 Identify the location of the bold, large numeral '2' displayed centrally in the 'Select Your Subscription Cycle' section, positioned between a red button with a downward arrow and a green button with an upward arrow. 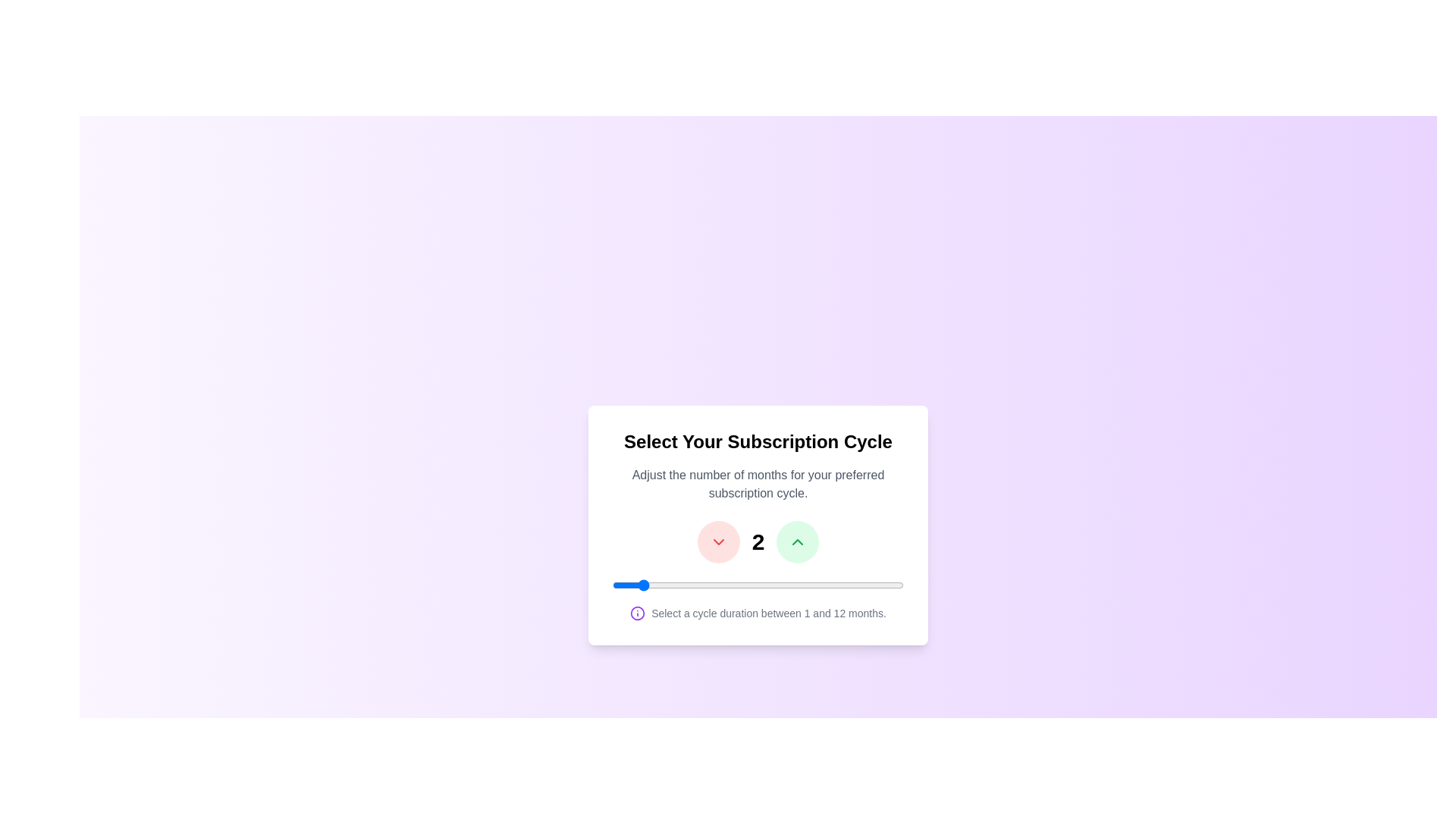
(758, 541).